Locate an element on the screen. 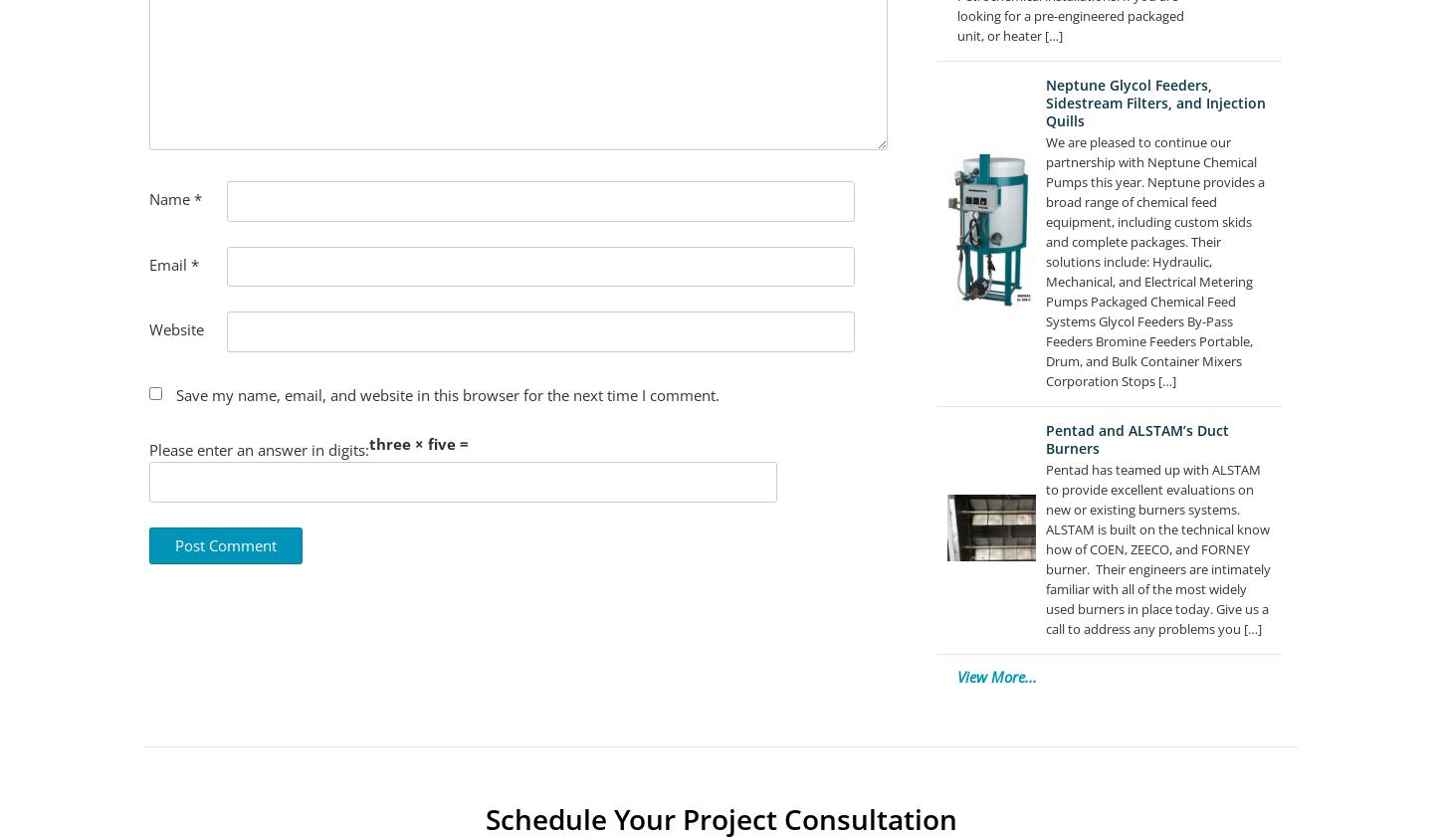 The width and height of the screenshot is (1443, 840). 'Schedule Your Project Consultation' is located at coordinates (721, 817).